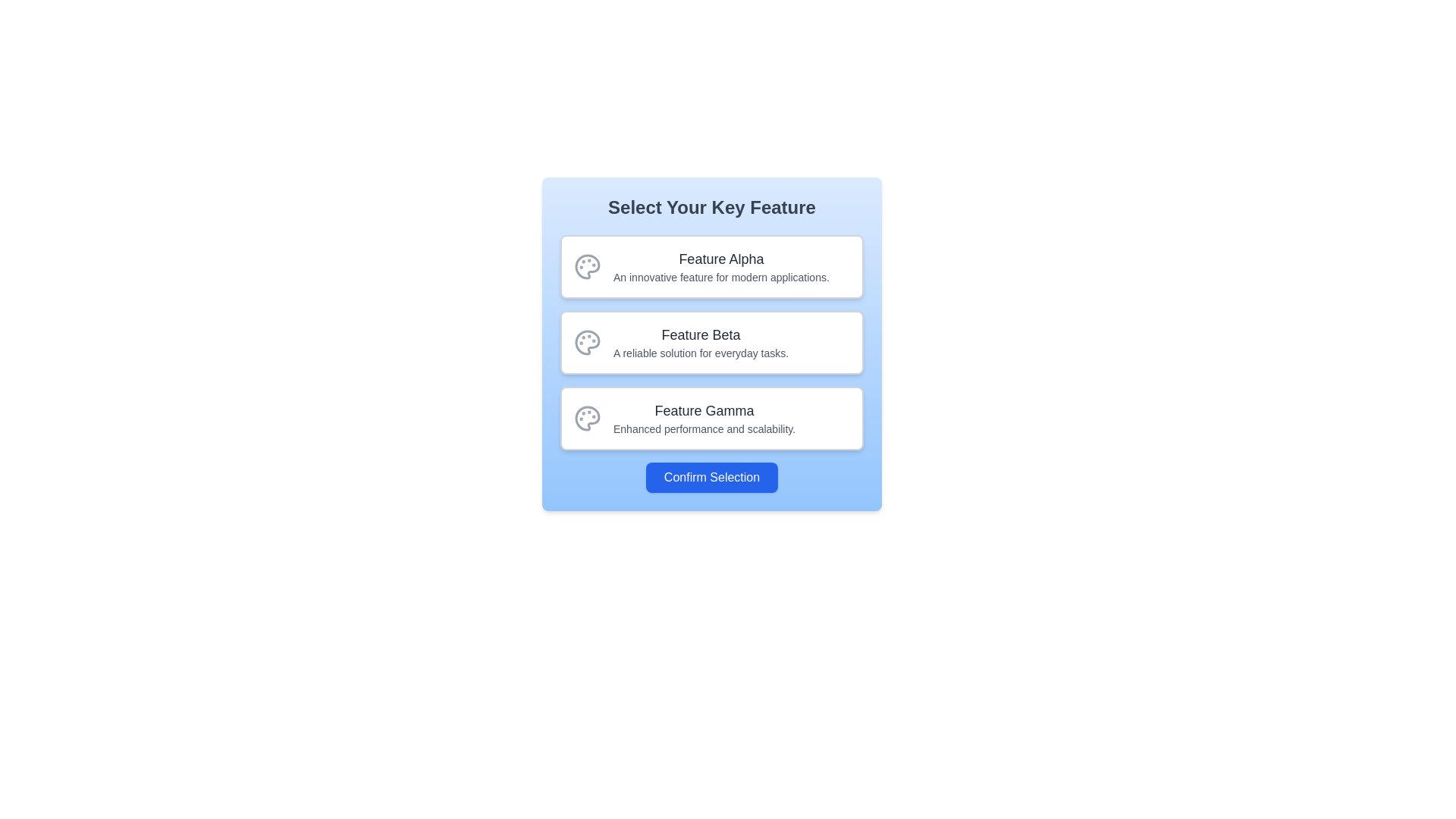 This screenshot has height=819, width=1456. I want to click on the selection card for 'Feature Alpha' which is the first item in the list under 'Select Your Key Feature.', so click(711, 265).